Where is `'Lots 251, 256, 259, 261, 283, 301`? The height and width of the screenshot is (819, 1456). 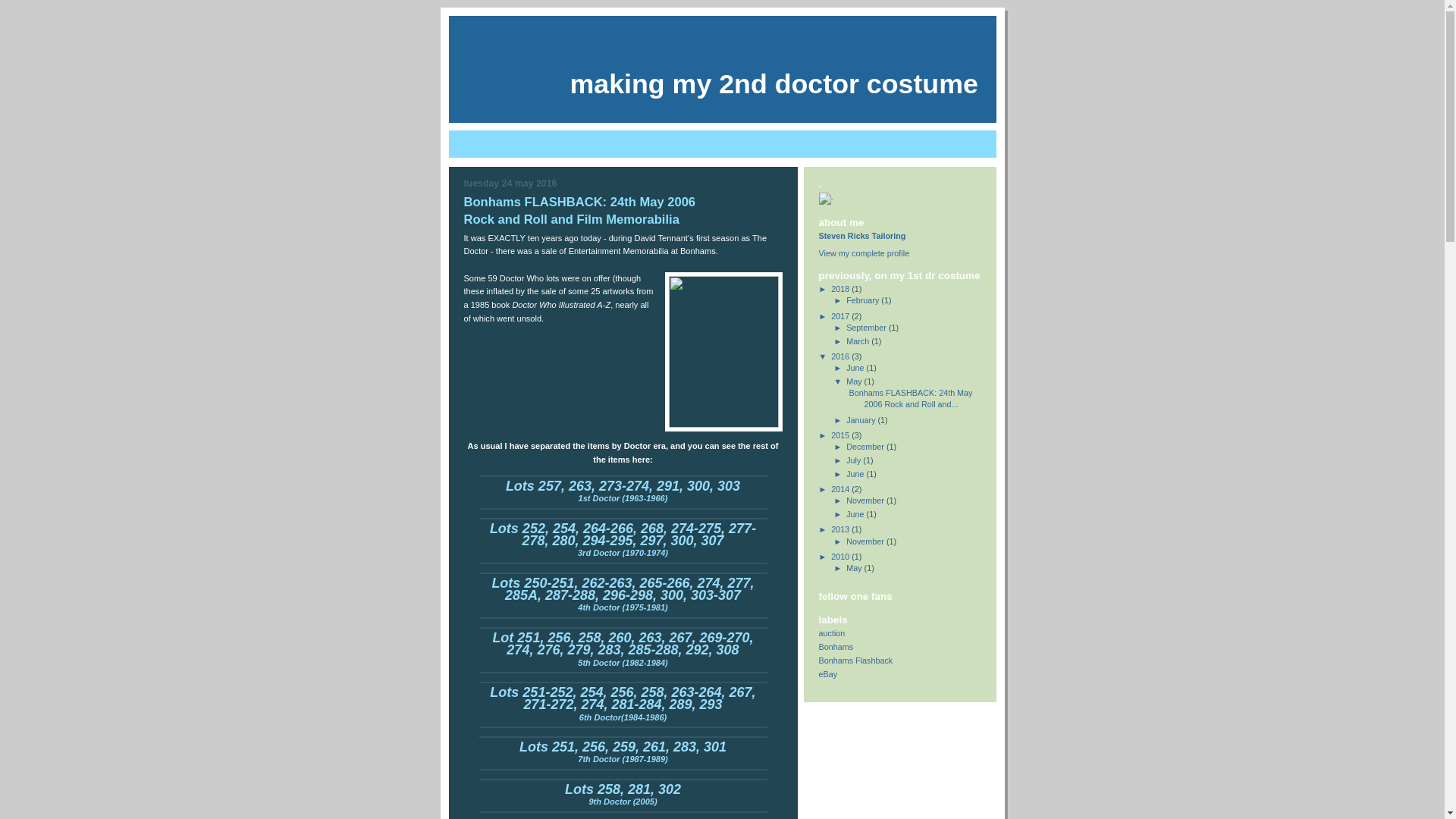 'Lots 251, 256, 259, 261, 283, 301 is located at coordinates (519, 754).